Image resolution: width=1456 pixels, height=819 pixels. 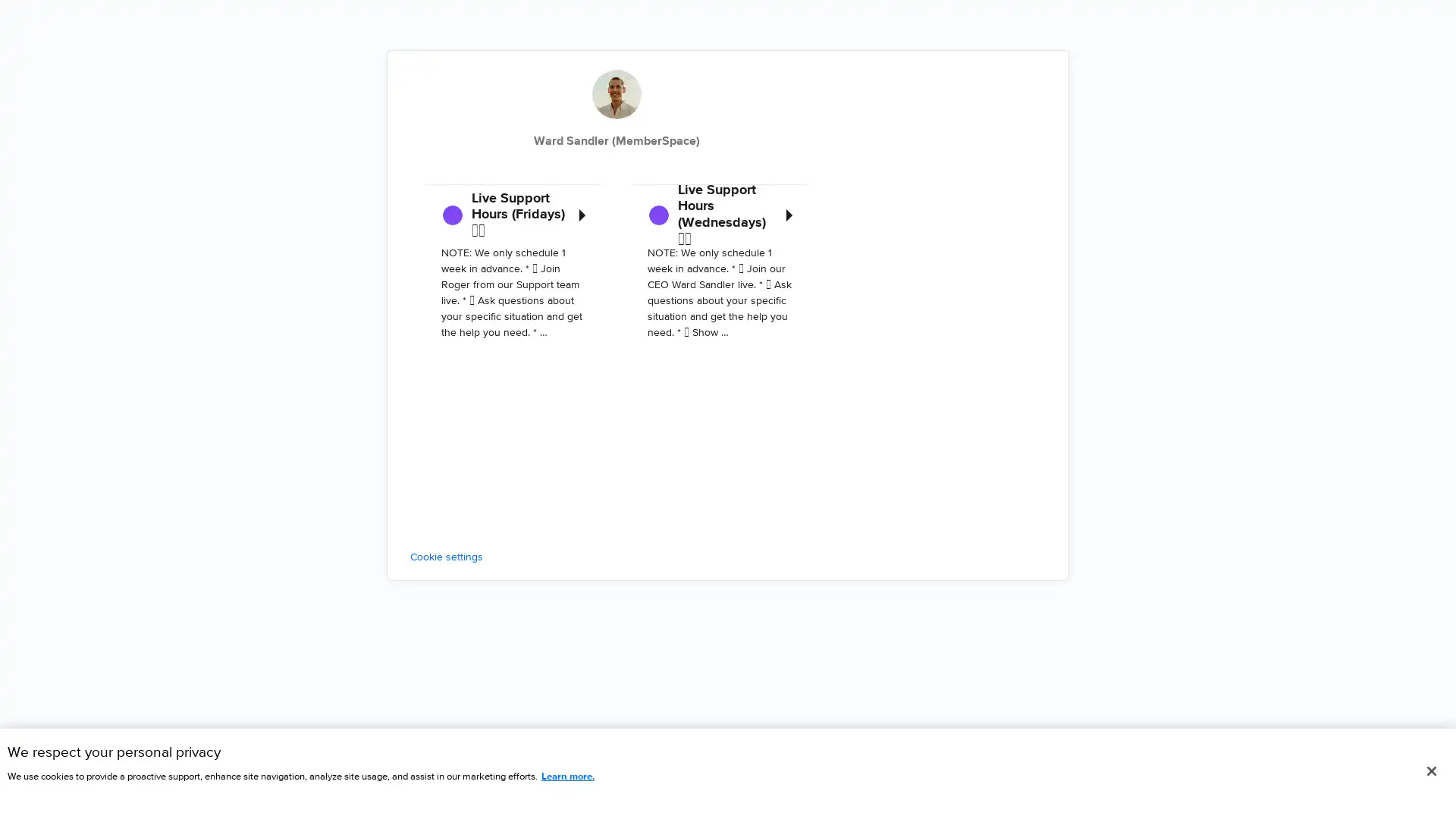 What do you see at coordinates (385, 557) in the screenshot?
I see `Cookie settings` at bounding box center [385, 557].